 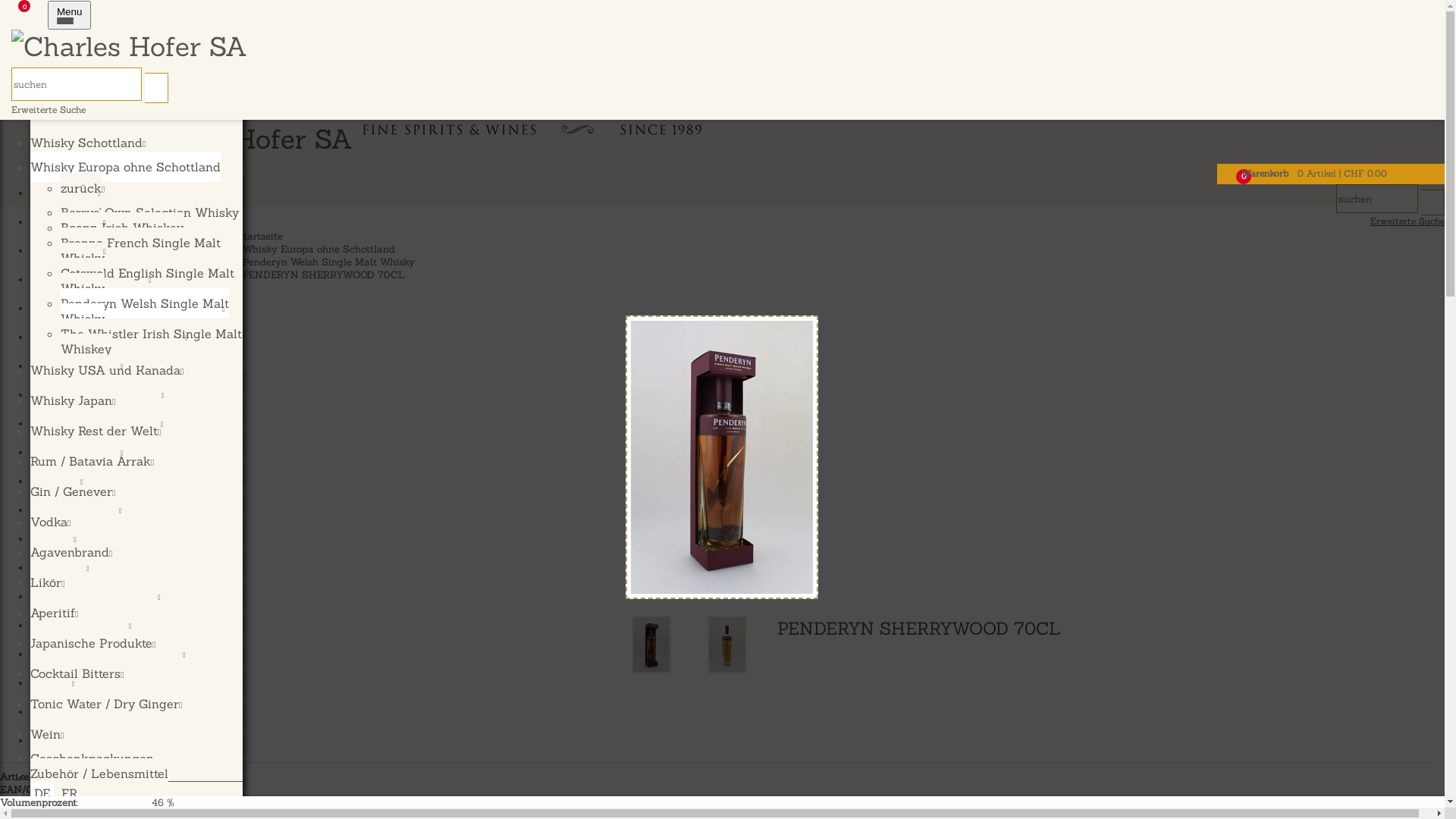 I want to click on 'Whisky Japan', so click(x=72, y=400).